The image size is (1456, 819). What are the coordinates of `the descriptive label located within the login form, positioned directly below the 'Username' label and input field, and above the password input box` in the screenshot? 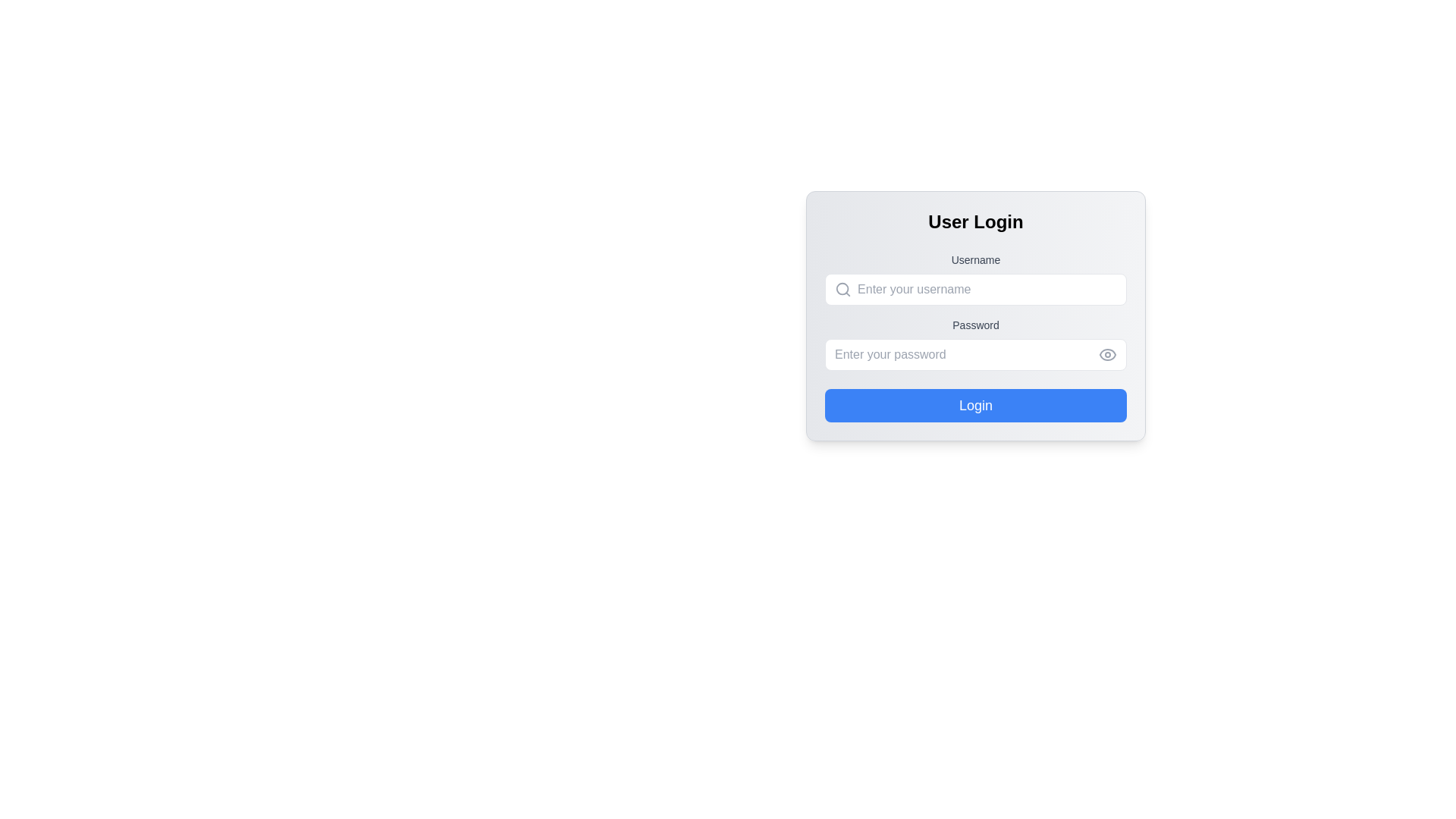 It's located at (975, 324).